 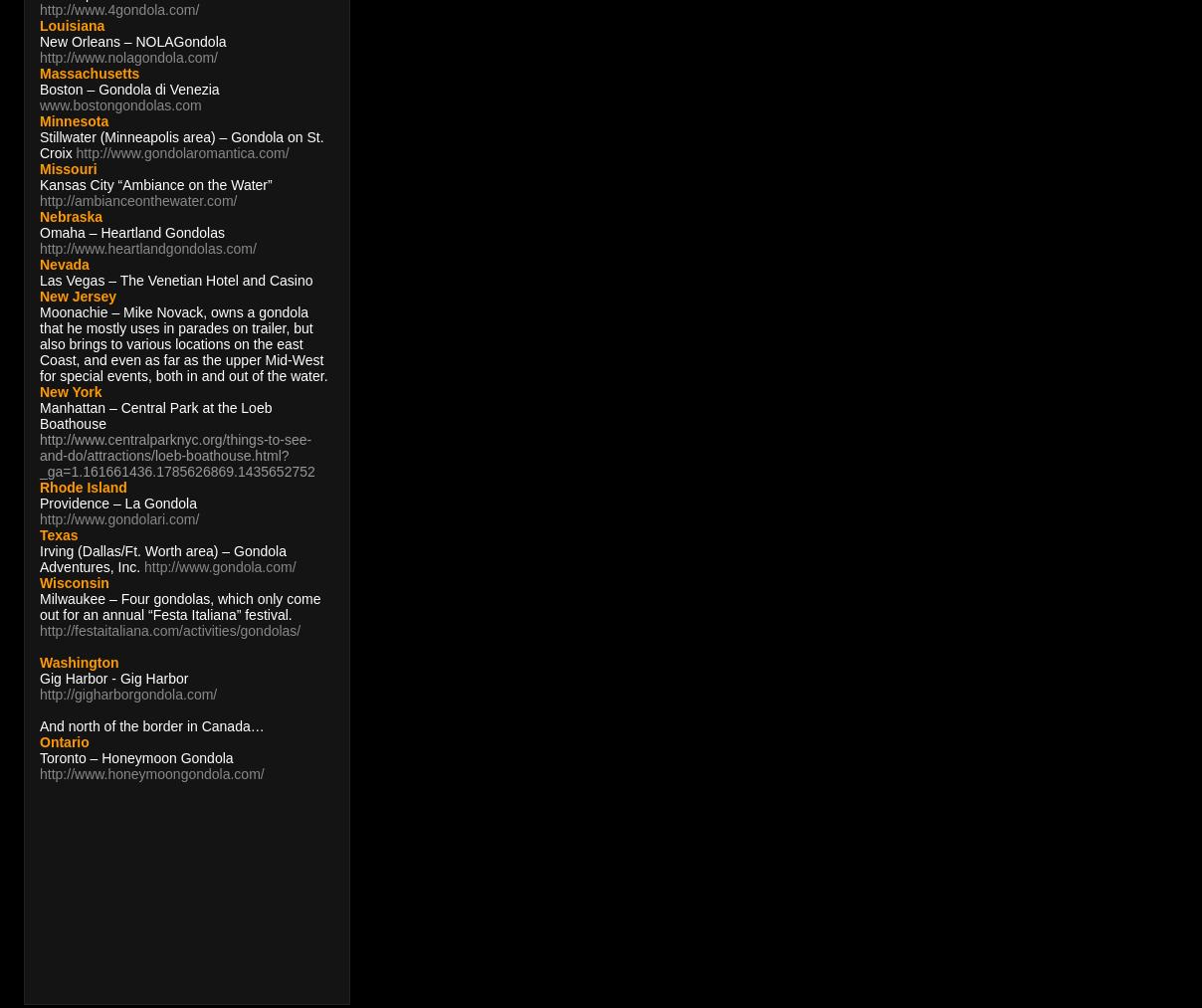 I want to click on 'New Jersey', so click(x=77, y=296).